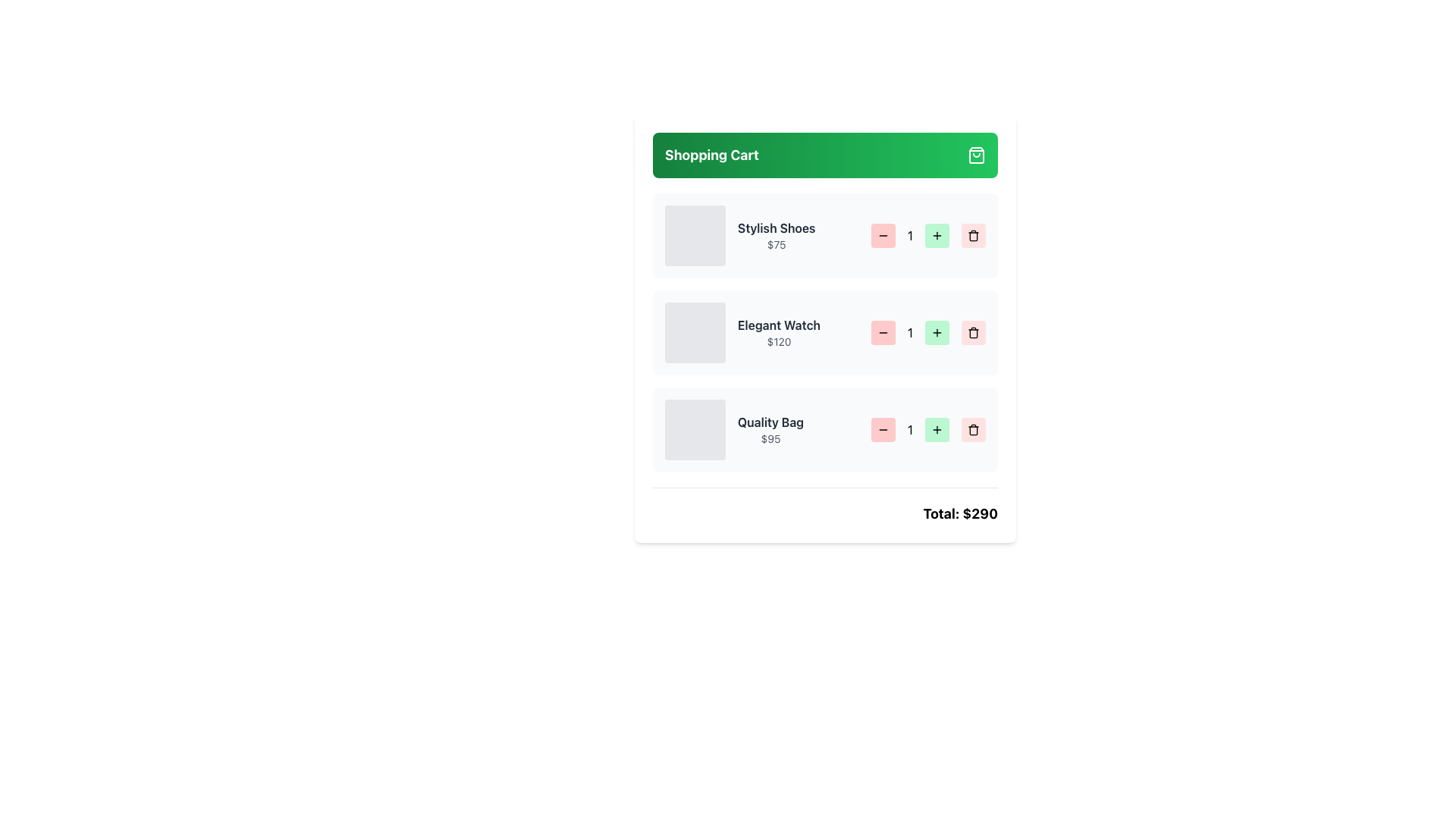 This screenshot has width=1456, height=819. Describe the element at coordinates (711, 155) in the screenshot. I see `the static text label for the shopping cart section, which is positioned at the top-left corner of the green bar and serves as a title for the cart` at that location.